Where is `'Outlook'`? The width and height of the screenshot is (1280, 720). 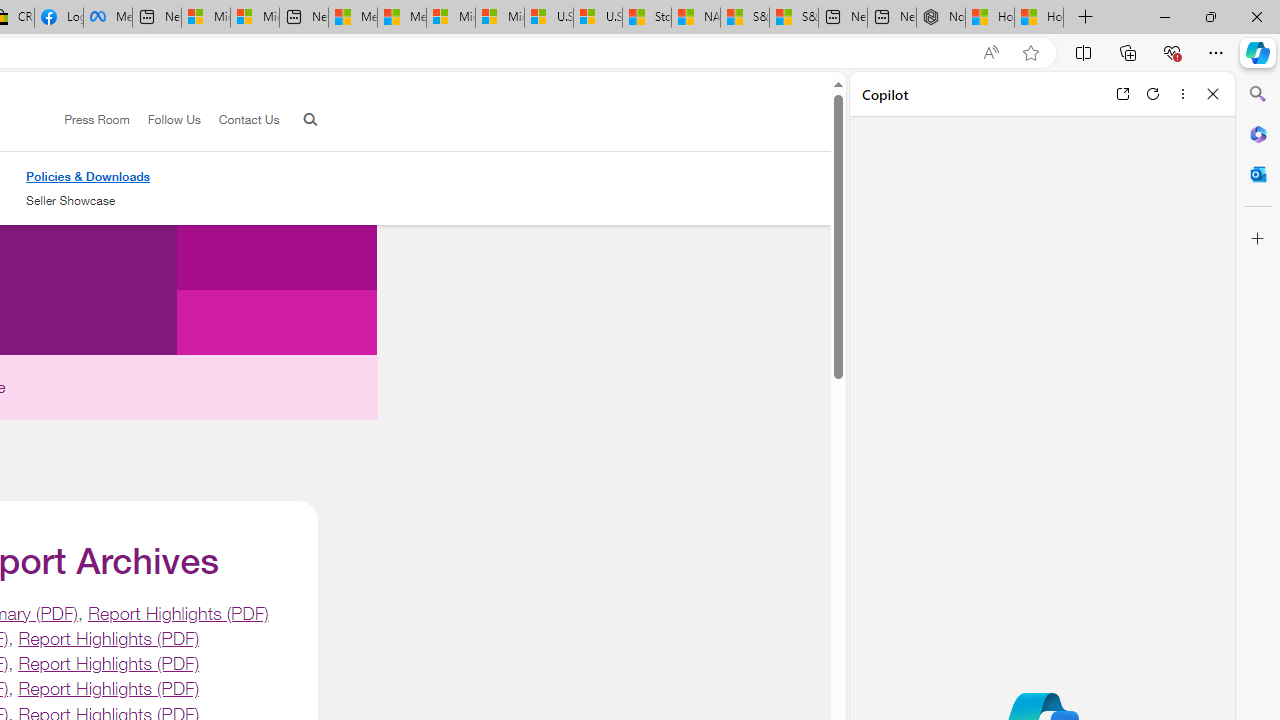 'Outlook' is located at coordinates (1257, 173).